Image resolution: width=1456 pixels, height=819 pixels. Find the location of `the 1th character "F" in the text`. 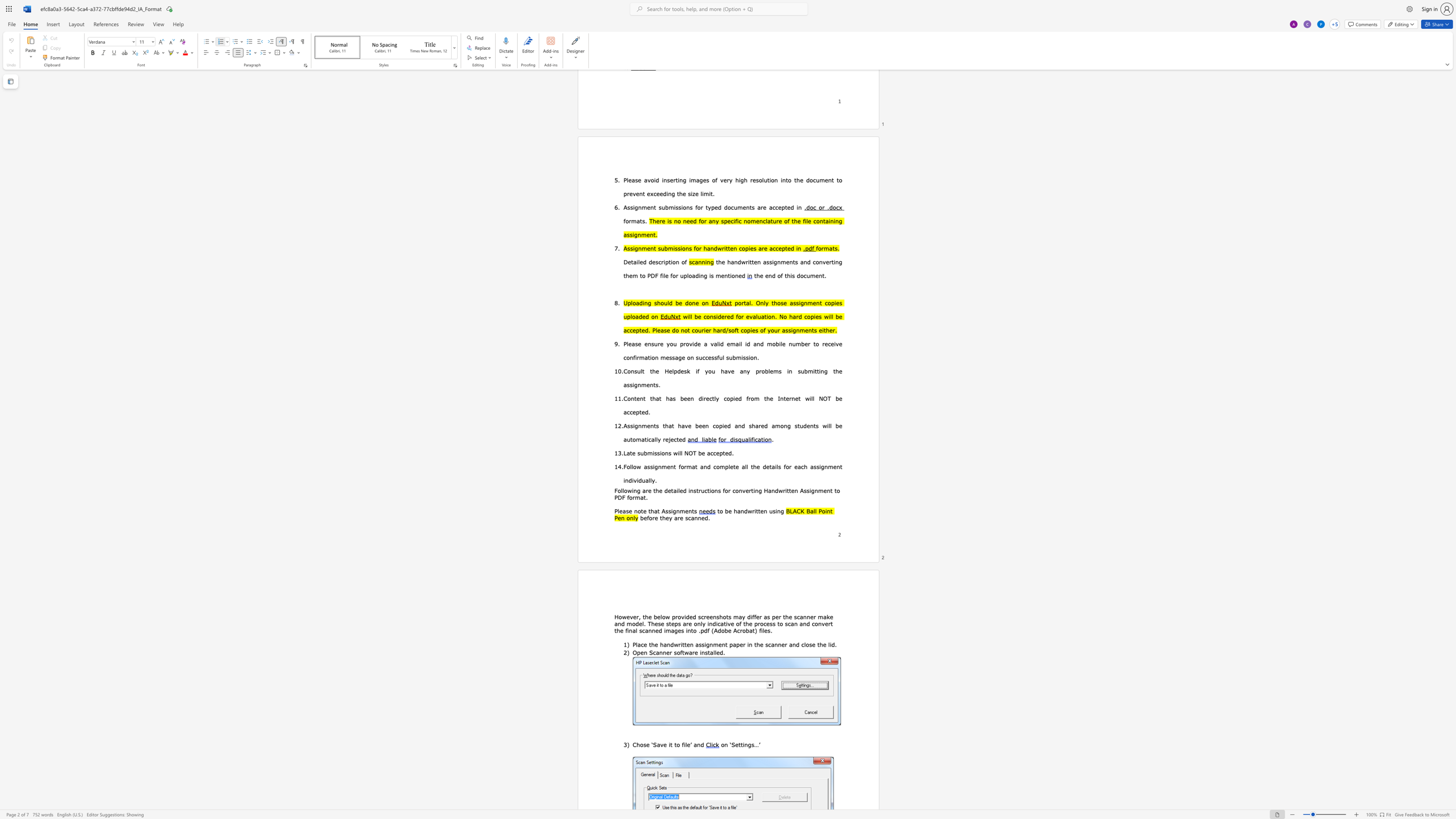

the 1th character "F" in the text is located at coordinates (616, 490).